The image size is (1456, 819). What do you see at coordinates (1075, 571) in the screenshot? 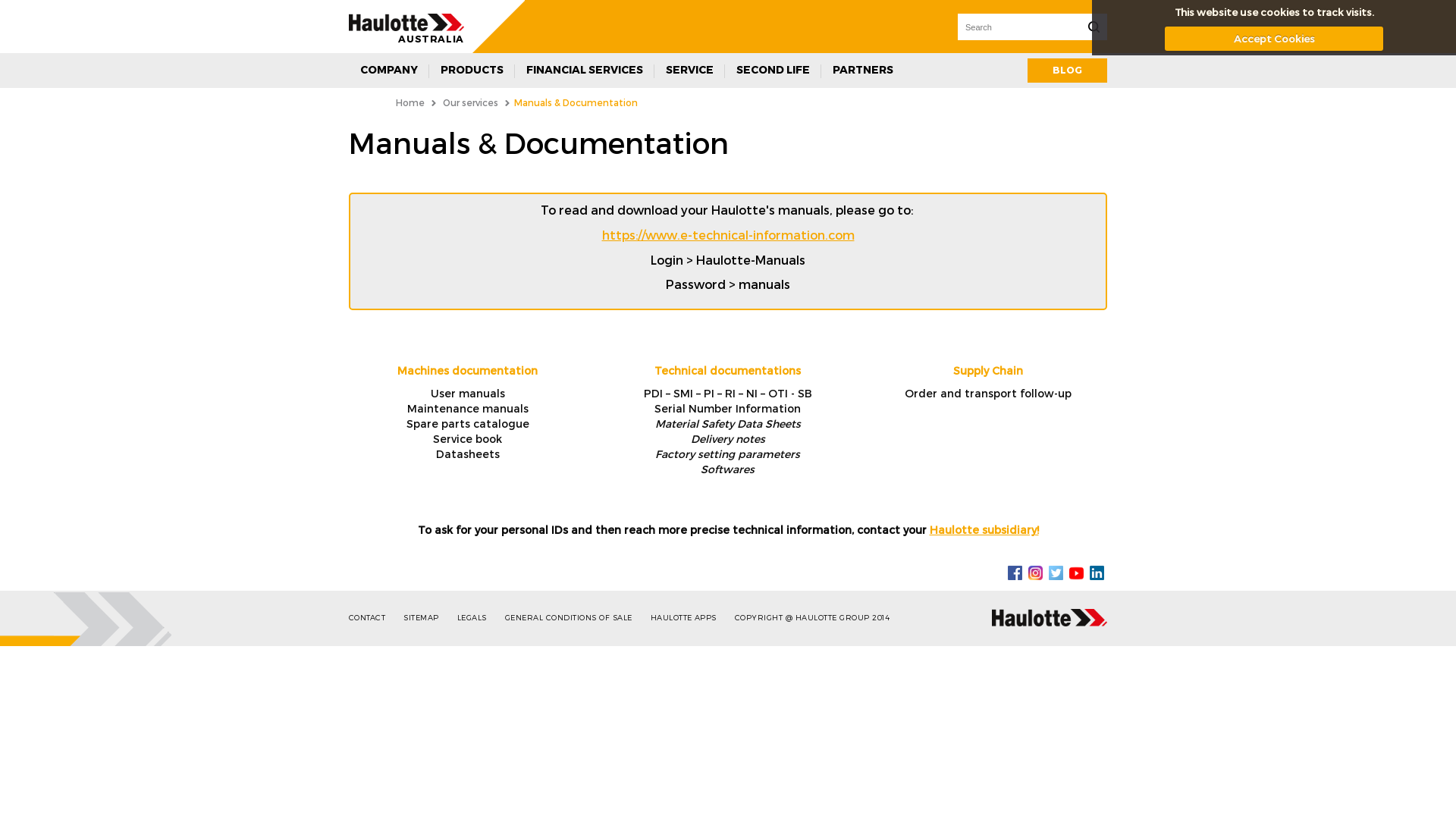
I see `'YouTube'` at bounding box center [1075, 571].